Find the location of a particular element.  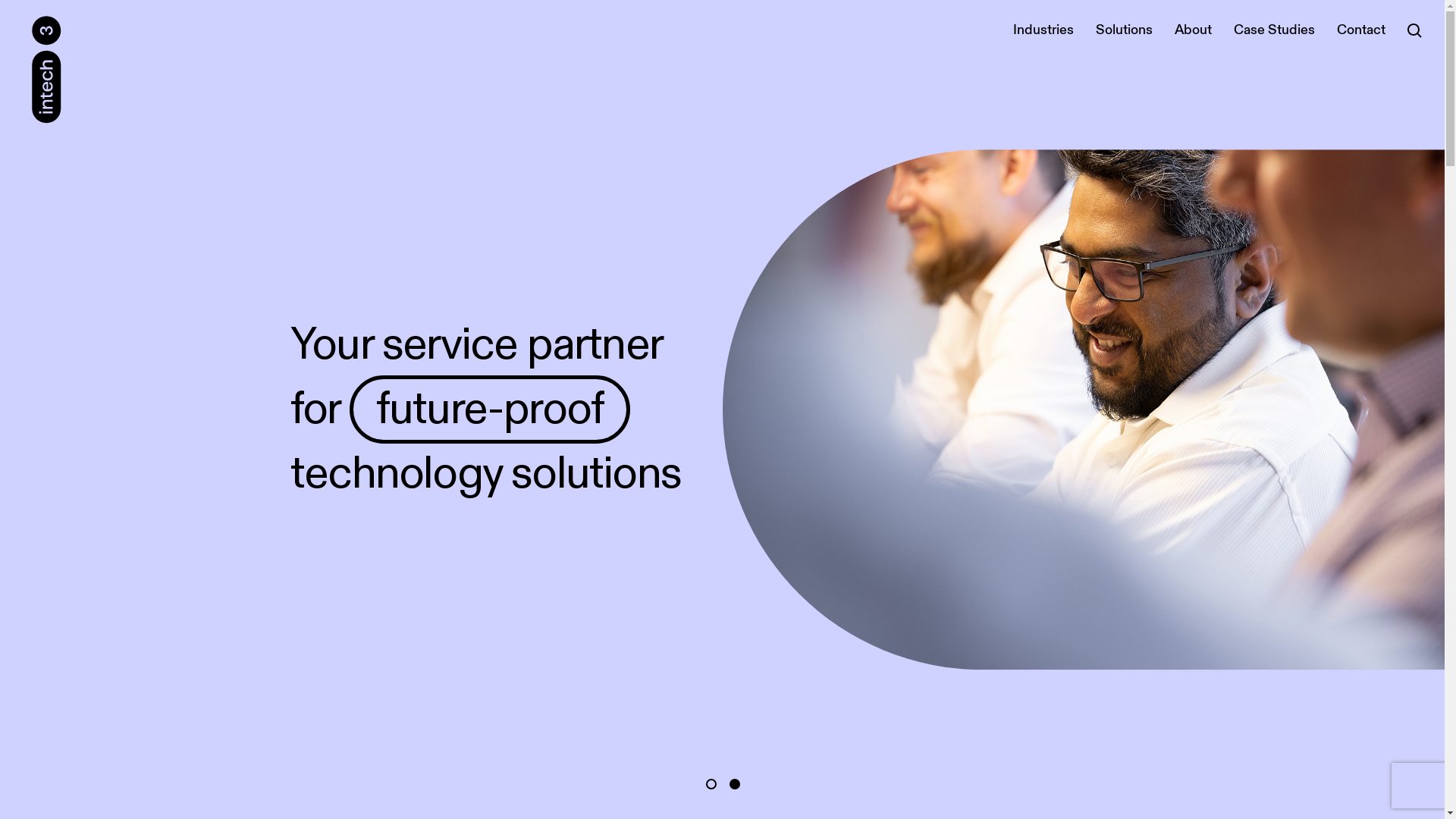

'Solutions' is located at coordinates (1124, 30).